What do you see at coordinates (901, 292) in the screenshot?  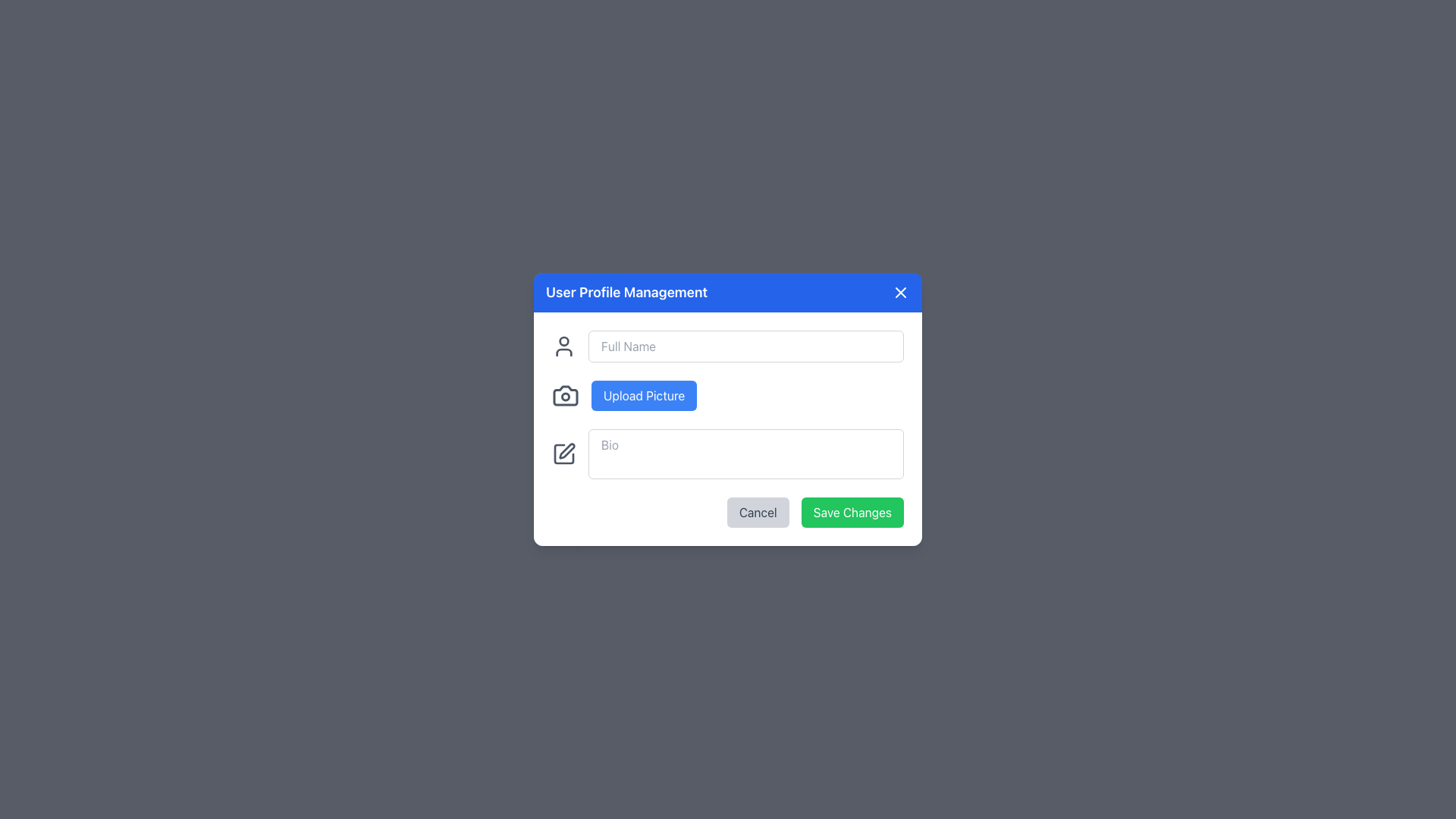 I see `the white 'X' icon button located at the top-right corner of the 'User Profile Management' modal header` at bounding box center [901, 292].